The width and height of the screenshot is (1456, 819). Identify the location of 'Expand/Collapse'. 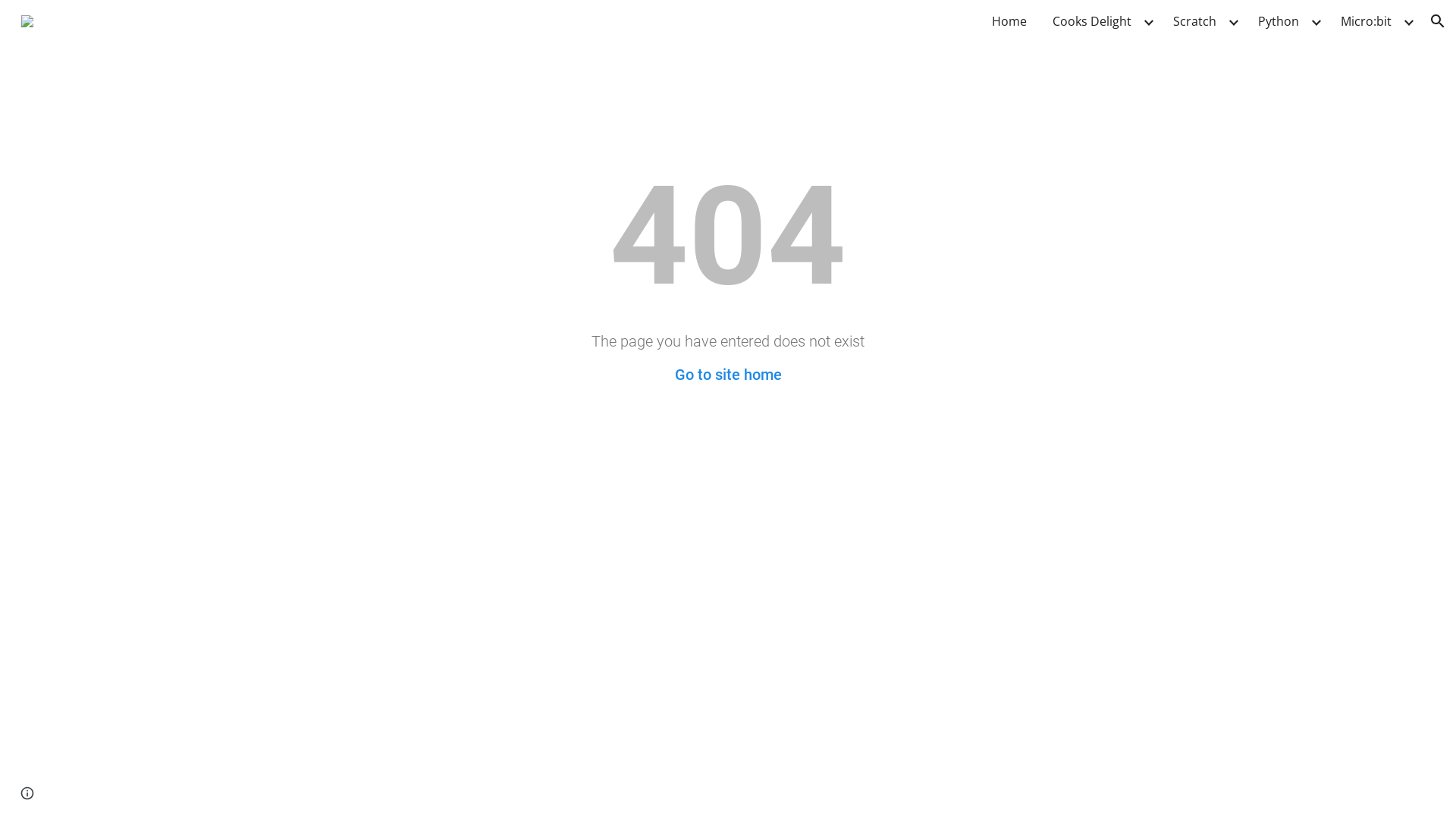
(1147, 20).